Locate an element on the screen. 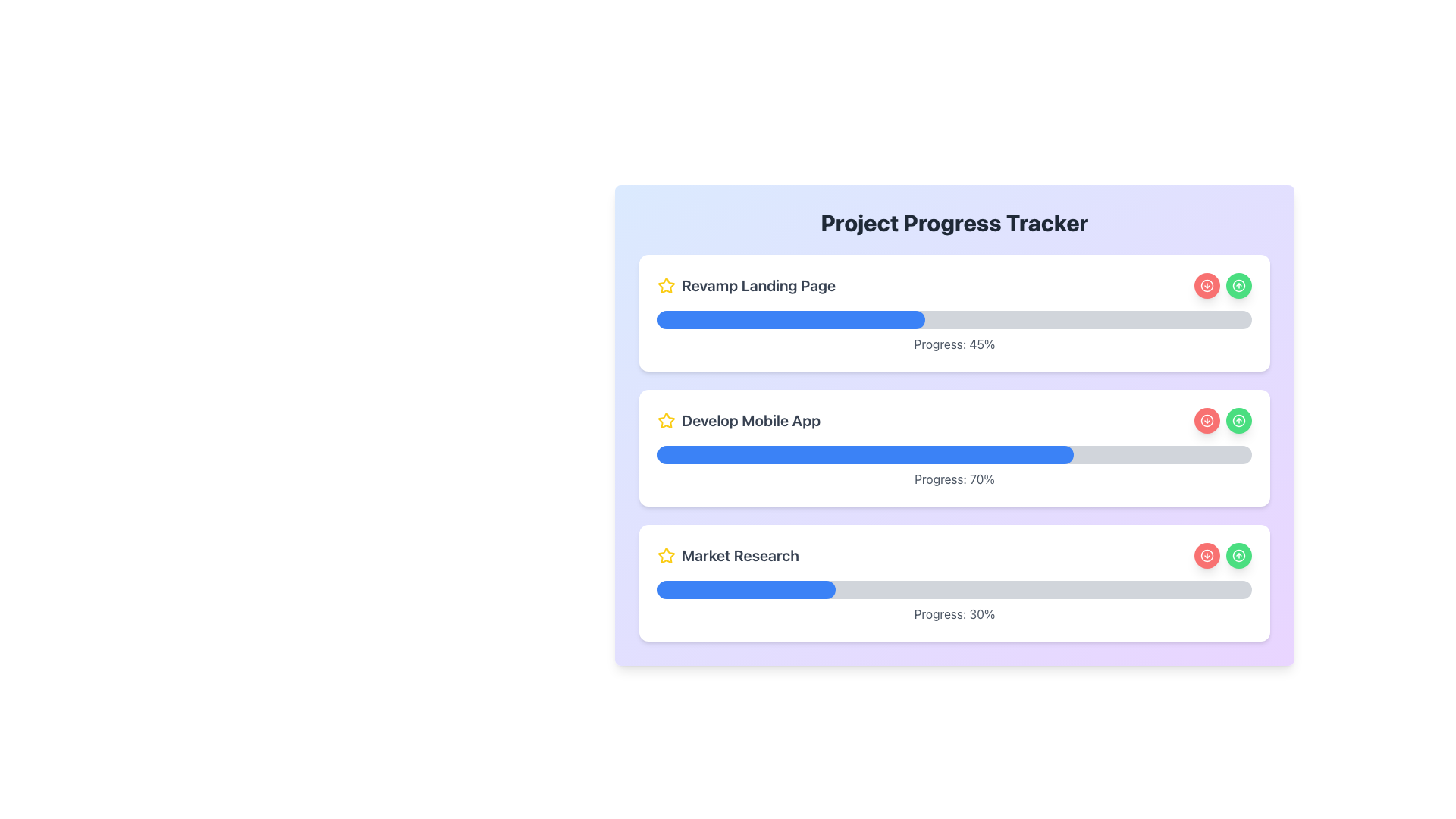 The height and width of the screenshot is (819, 1456). the green button on the rightmost end of the 'Revamp Landing Page' progress tracker is located at coordinates (1238, 286).